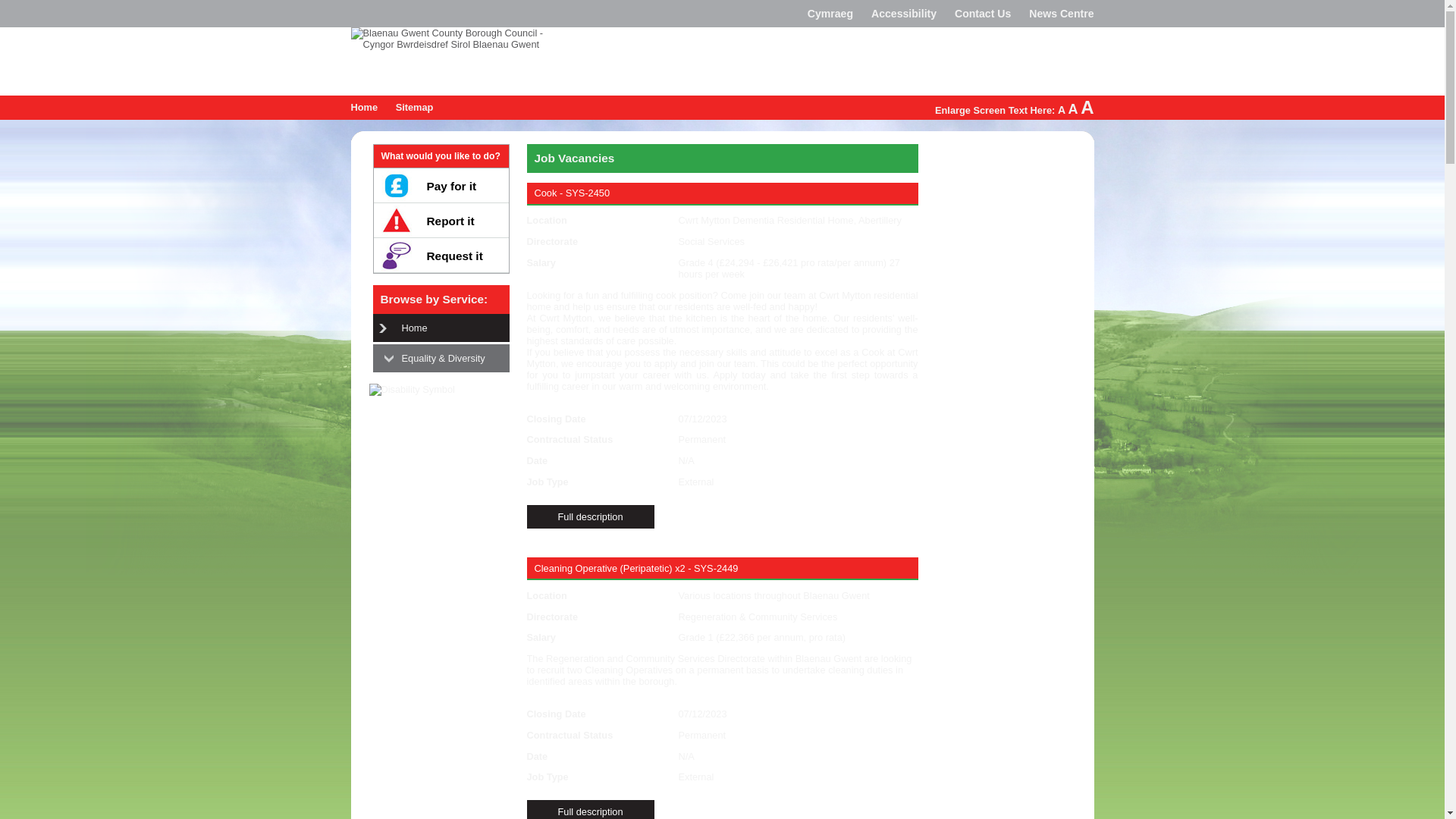 The image size is (1456, 819). Describe the element at coordinates (1072, 108) in the screenshot. I see `'A'` at that location.